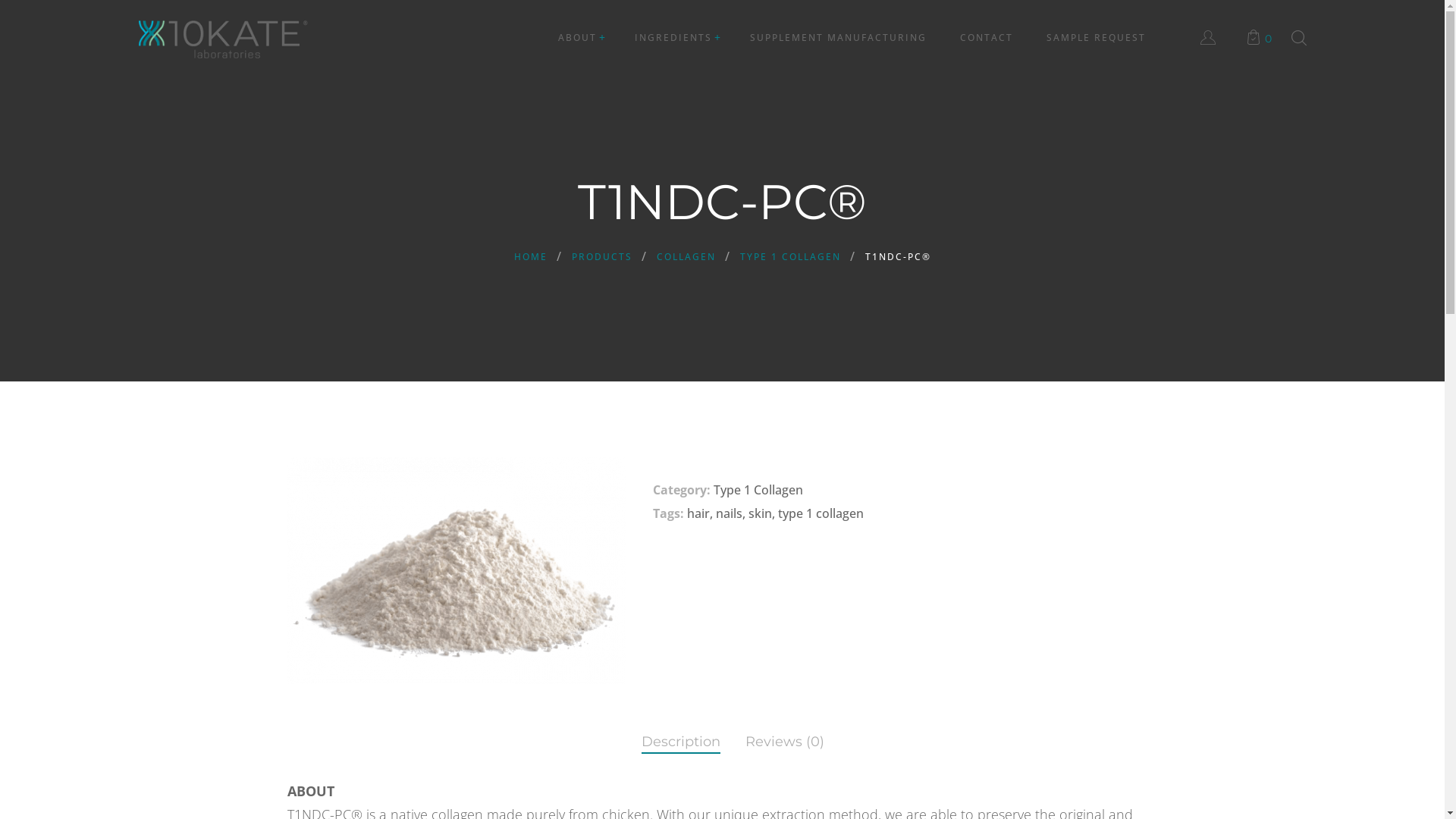 Image resolution: width=1456 pixels, height=819 pixels. What do you see at coordinates (679, 738) in the screenshot?
I see `'Description'` at bounding box center [679, 738].